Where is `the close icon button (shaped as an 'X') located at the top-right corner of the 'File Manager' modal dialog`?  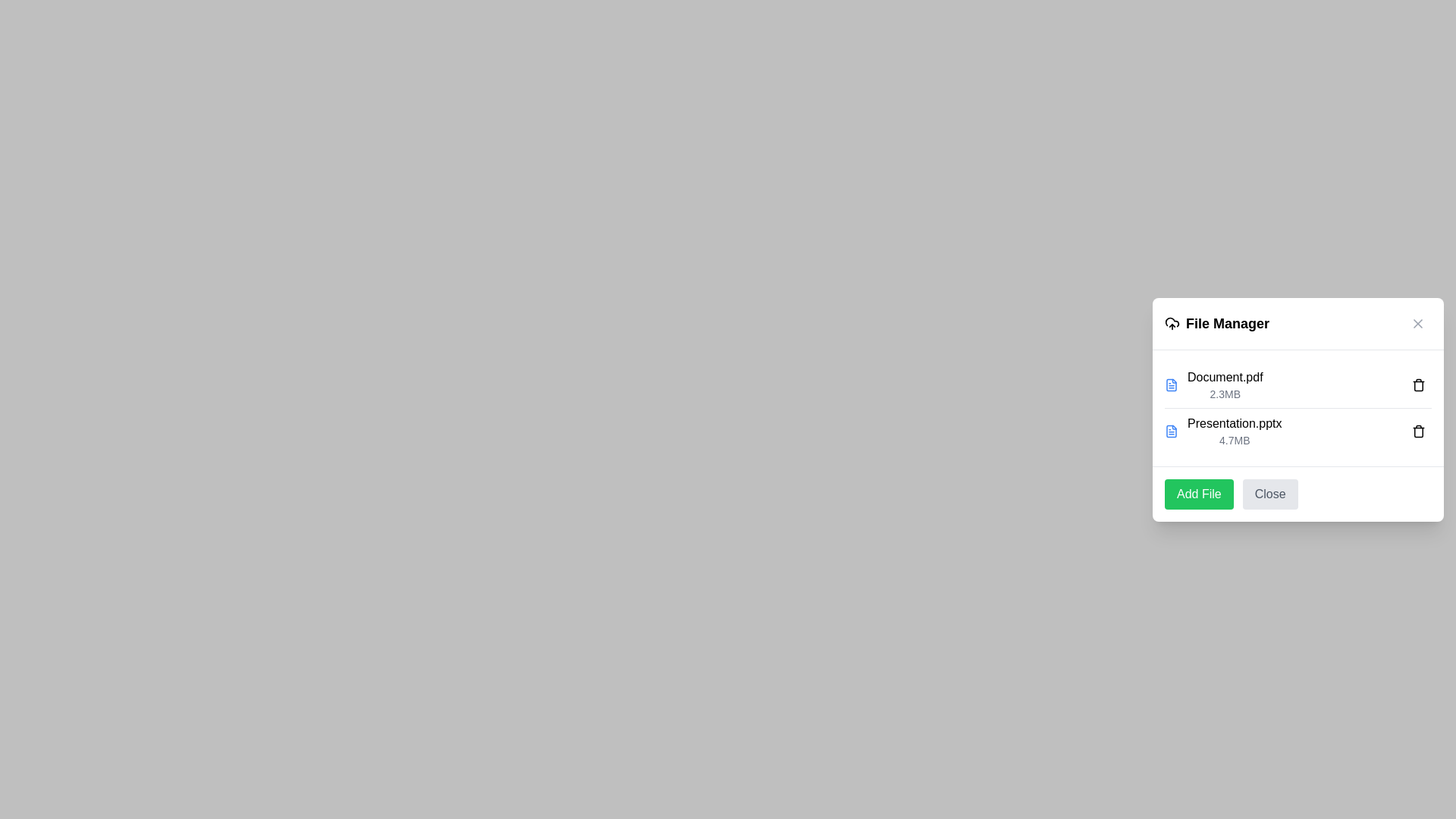
the close icon button (shaped as an 'X') located at the top-right corner of the 'File Manager' modal dialog is located at coordinates (1417, 322).